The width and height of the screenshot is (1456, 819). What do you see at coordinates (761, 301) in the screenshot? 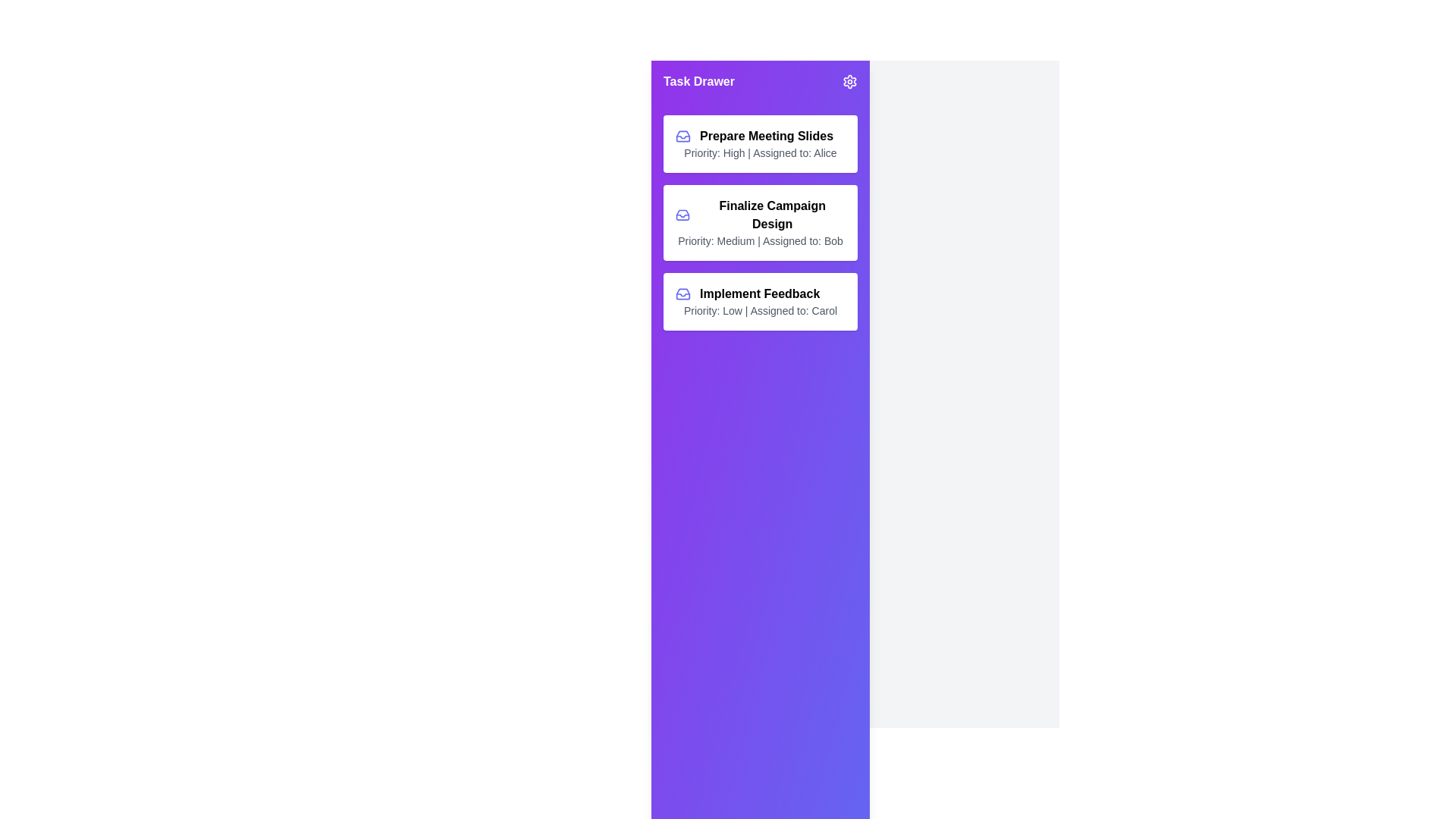
I see `the task titled 'Implement Feedback' to interact with it` at bounding box center [761, 301].